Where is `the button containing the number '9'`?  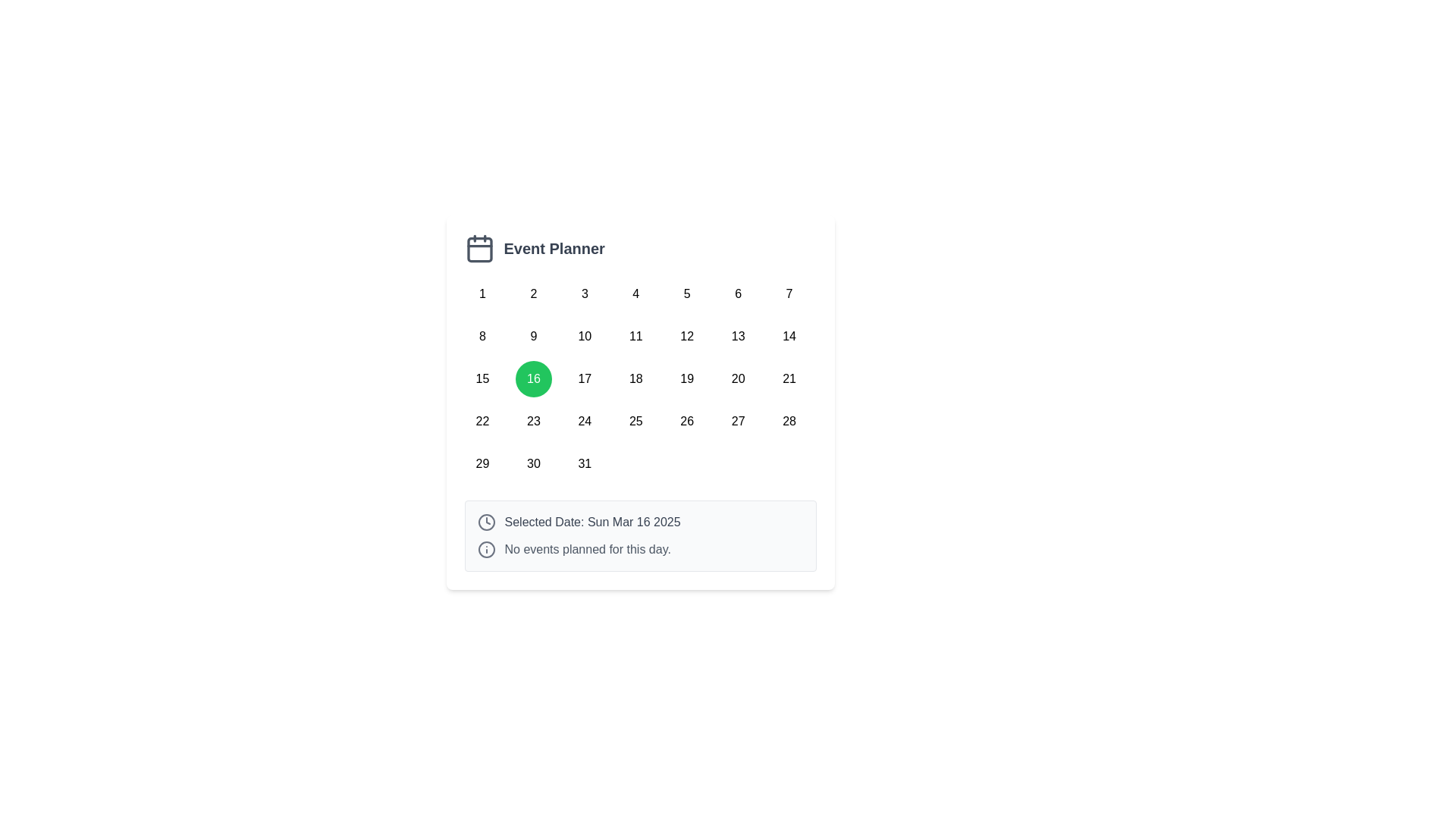 the button containing the number '9' is located at coordinates (533, 335).